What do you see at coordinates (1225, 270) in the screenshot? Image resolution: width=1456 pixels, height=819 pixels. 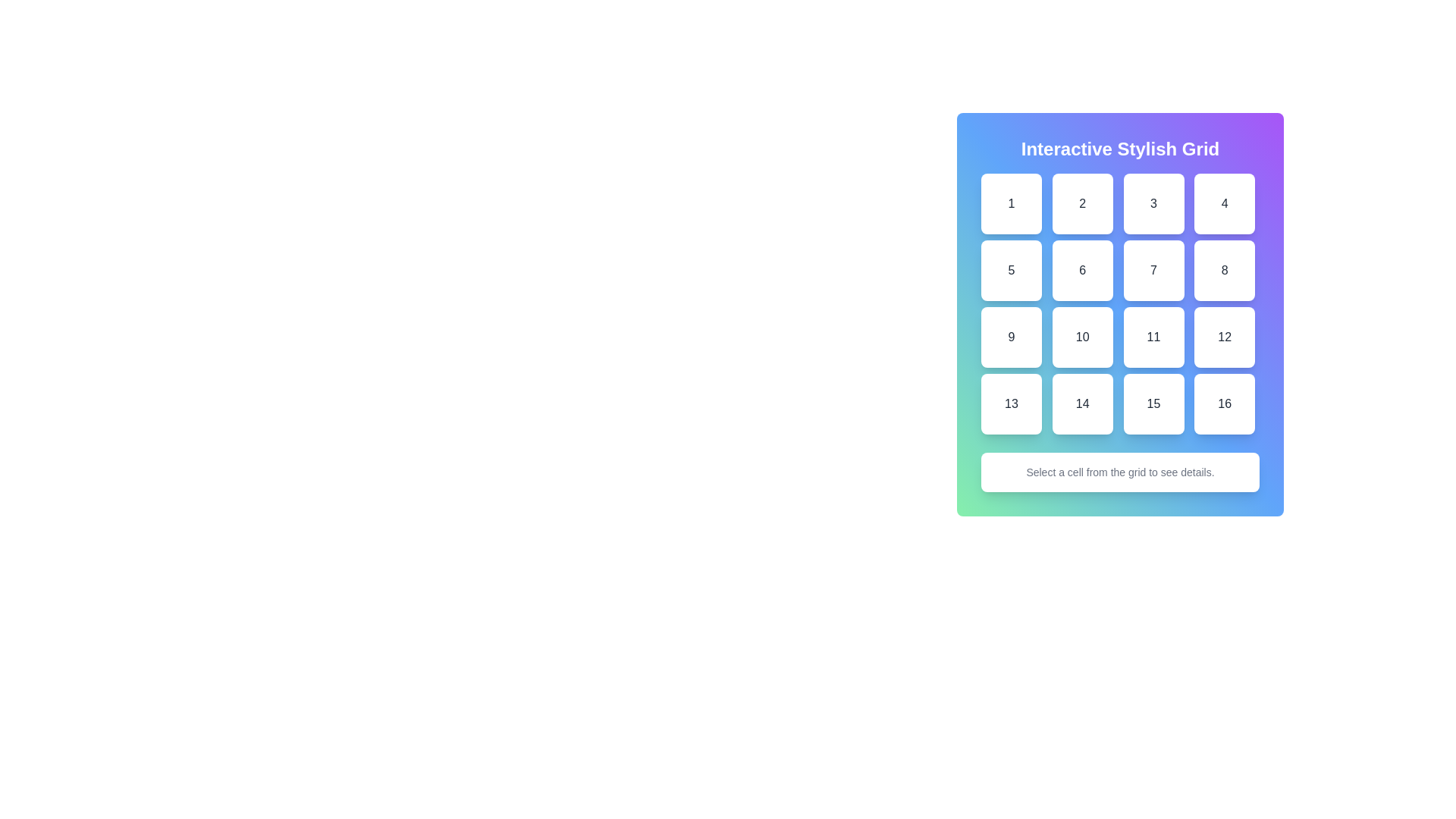 I see `the square-shaped button with a bold number '8' at the center, located` at bounding box center [1225, 270].